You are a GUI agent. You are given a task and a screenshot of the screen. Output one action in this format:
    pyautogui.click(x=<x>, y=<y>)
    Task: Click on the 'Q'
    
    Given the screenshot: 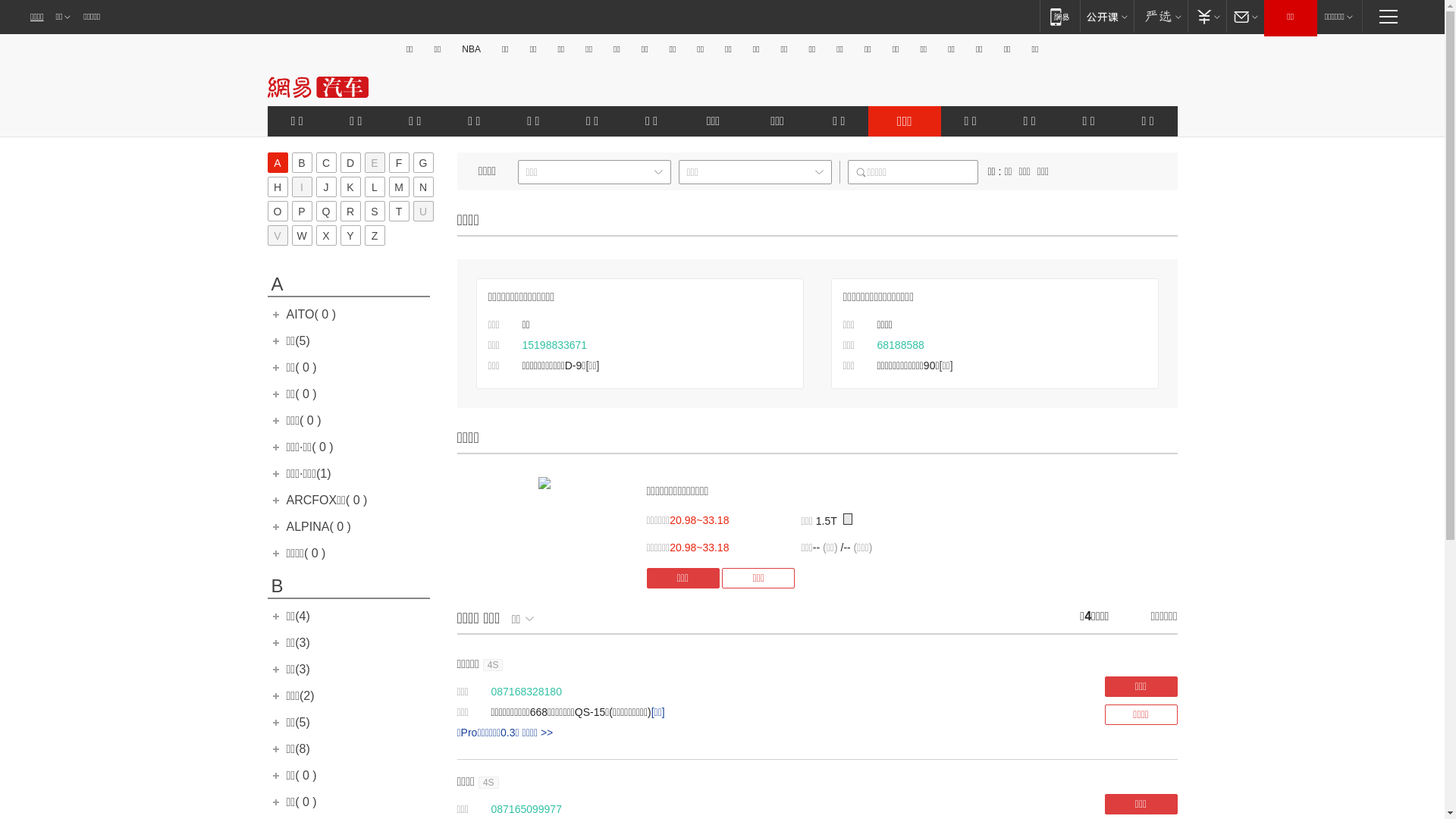 What is the action you would take?
    pyautogui.click(x=325, y=211)
    